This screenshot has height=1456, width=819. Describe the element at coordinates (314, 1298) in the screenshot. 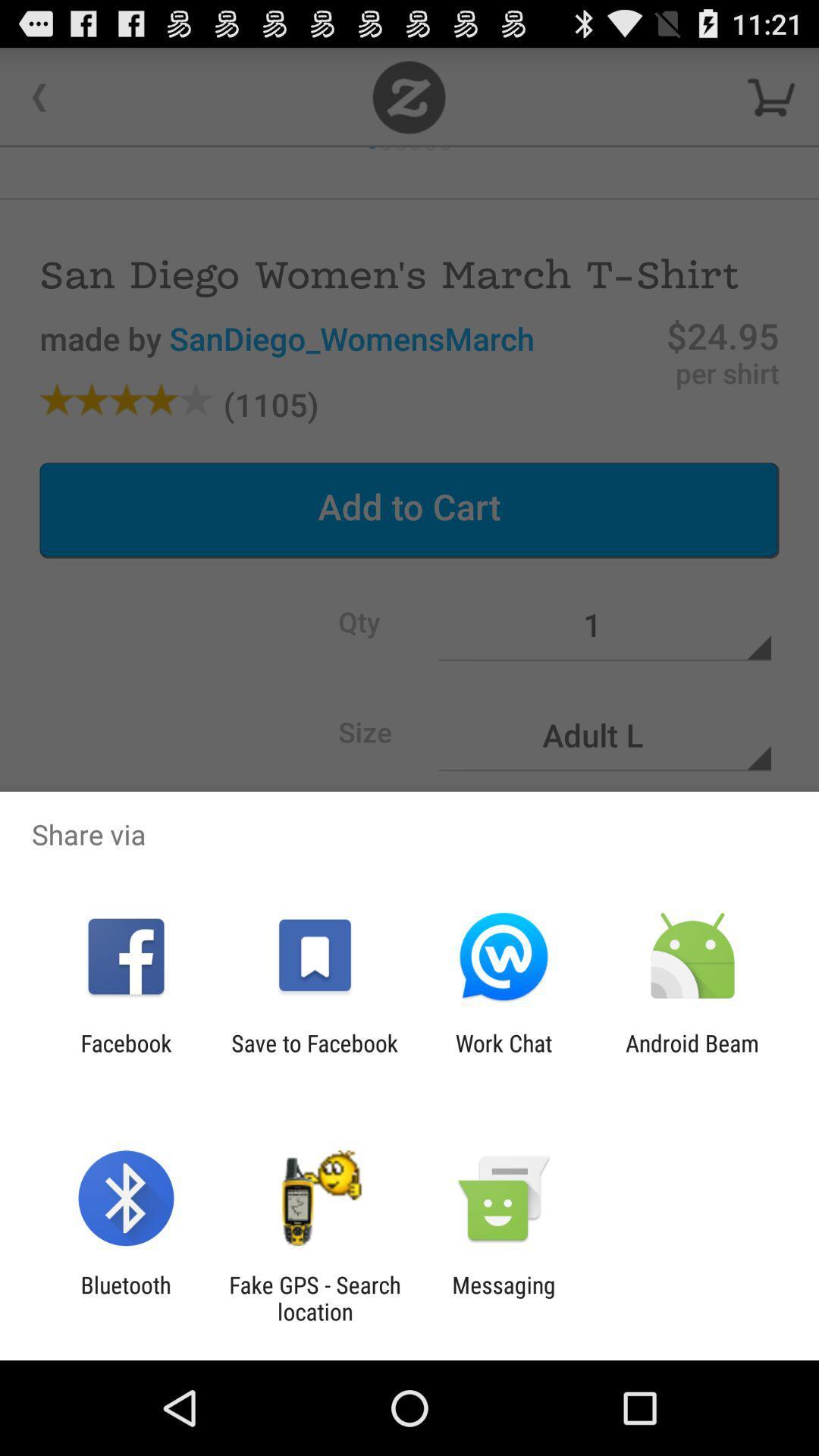

I see `app to the right of bluetooth app` at that location.